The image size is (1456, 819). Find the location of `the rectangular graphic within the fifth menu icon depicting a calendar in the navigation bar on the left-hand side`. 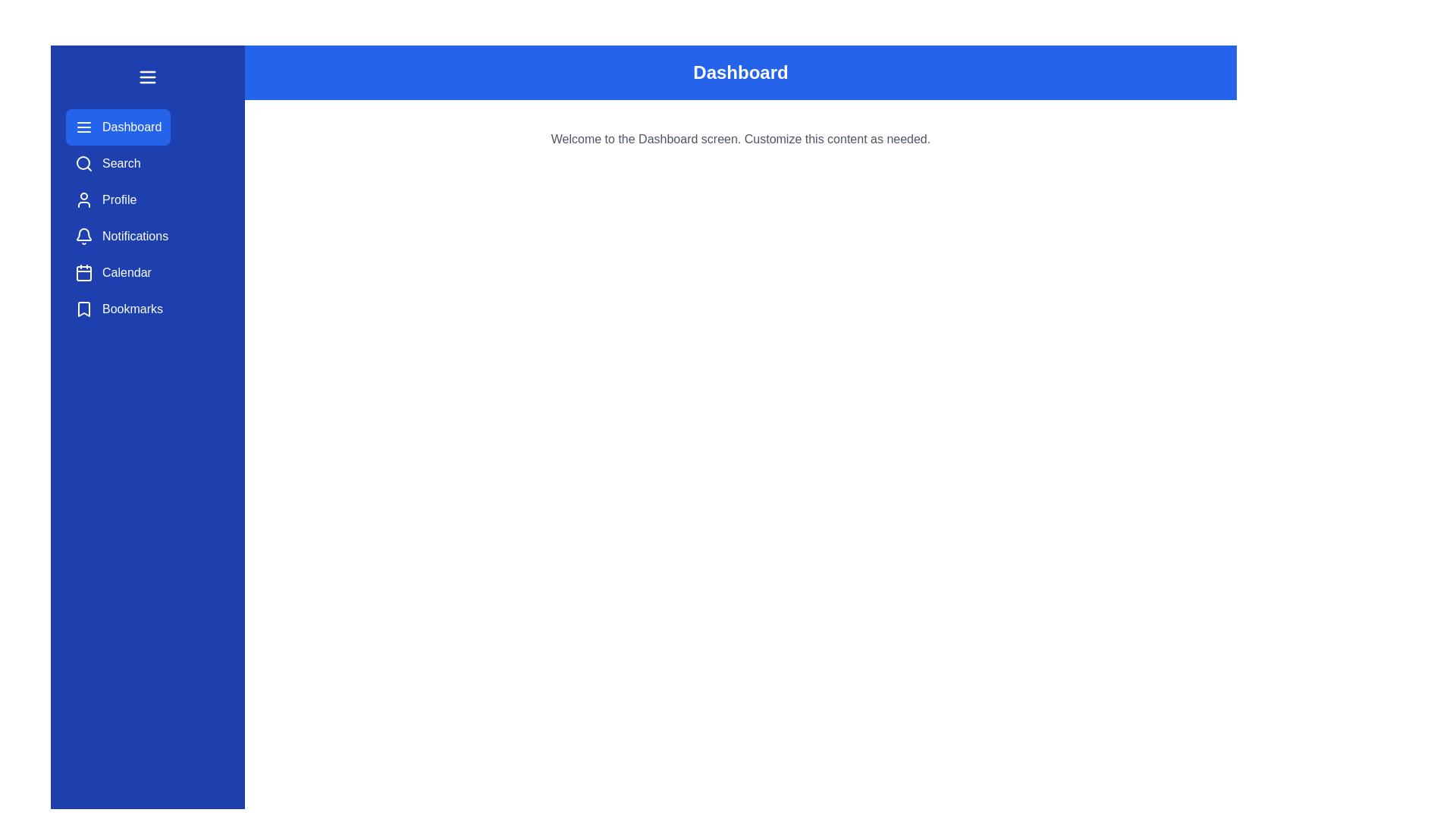

the rectangular graphic within the fifth menu icon depicting a calendar in the navigation bar on the left-hand side is located at coordinates (83, 274).